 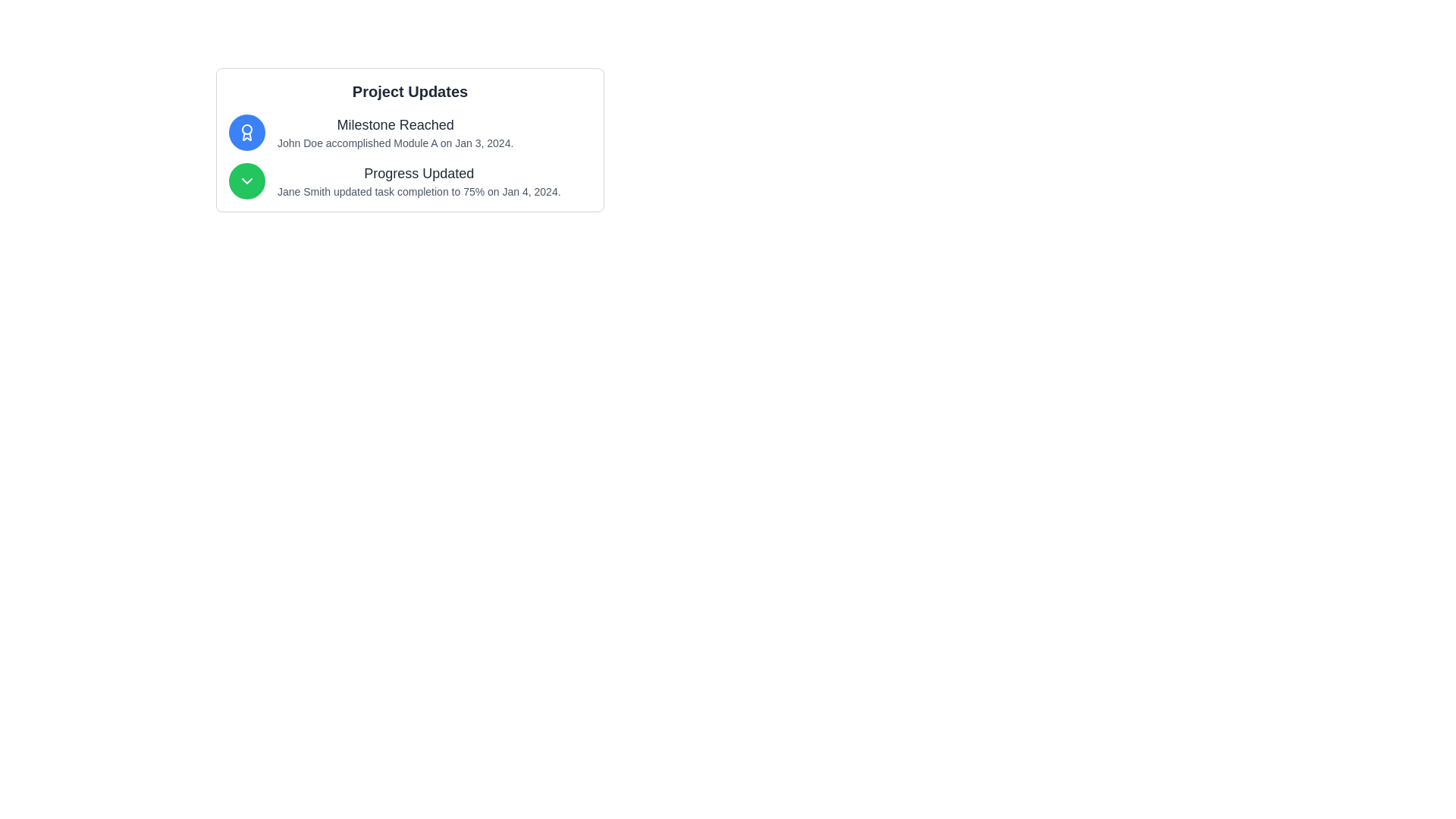 What do you see at coordinates (247, 128) in the screenshot?
I see `the central circular component of the award icon within the 'Milestone Reached' notification located at the top-left side` at bounding box center [247, 128].